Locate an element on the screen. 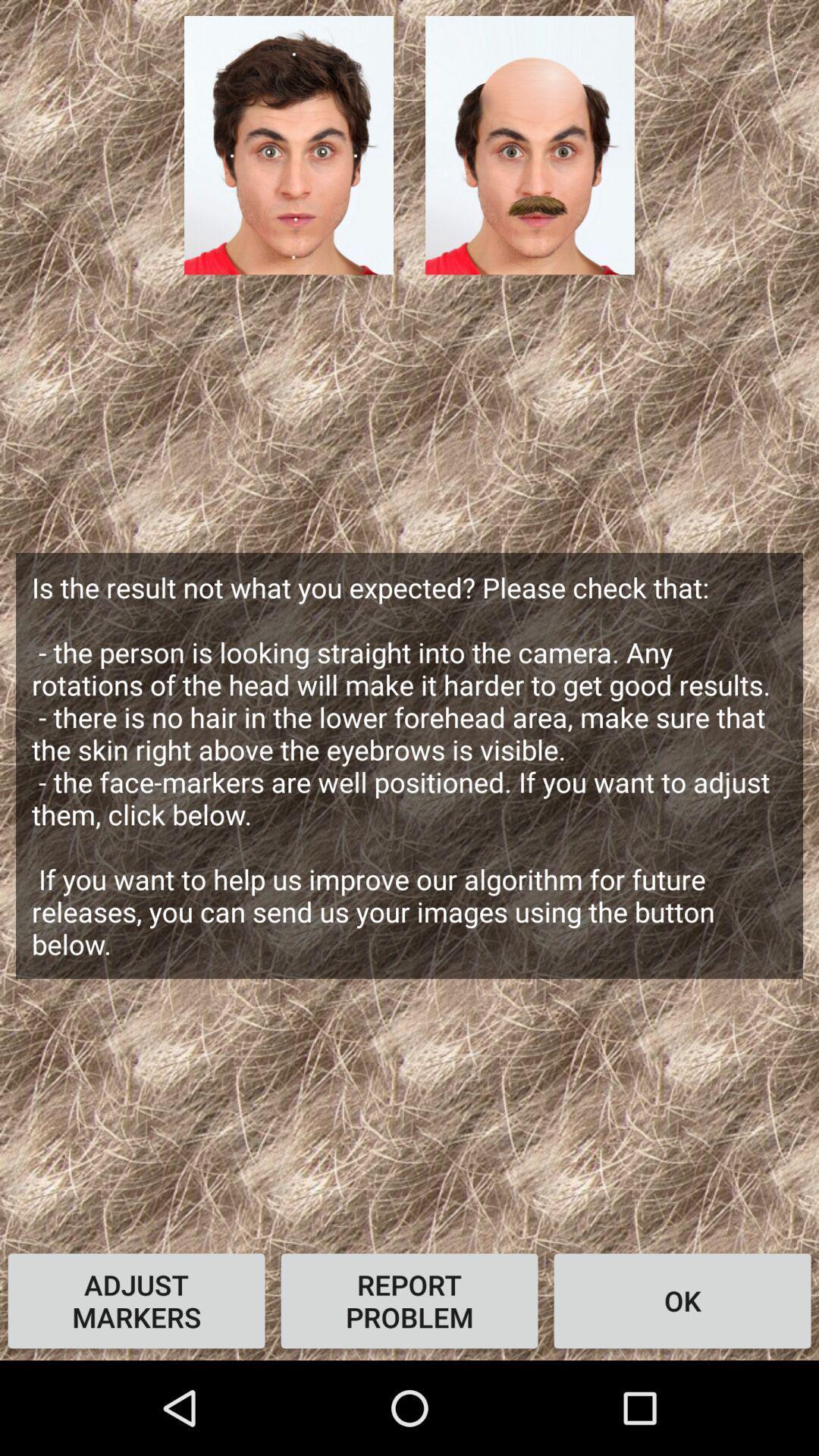  the icon at the bottom left corner is located at coordinates (136, 1300).